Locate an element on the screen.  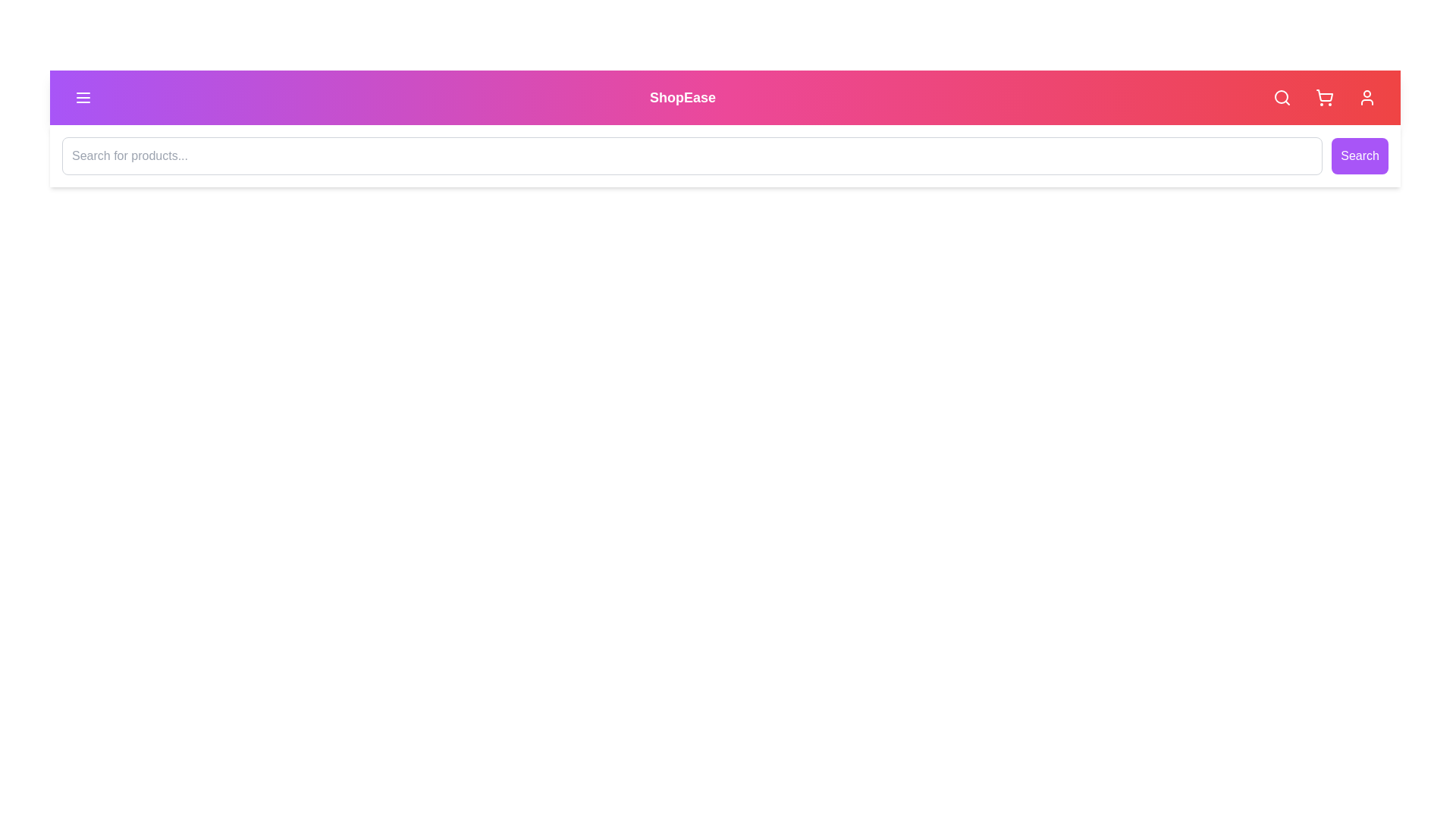
the search toggle button to hide the search bar is located at coordinates (1281, 97).